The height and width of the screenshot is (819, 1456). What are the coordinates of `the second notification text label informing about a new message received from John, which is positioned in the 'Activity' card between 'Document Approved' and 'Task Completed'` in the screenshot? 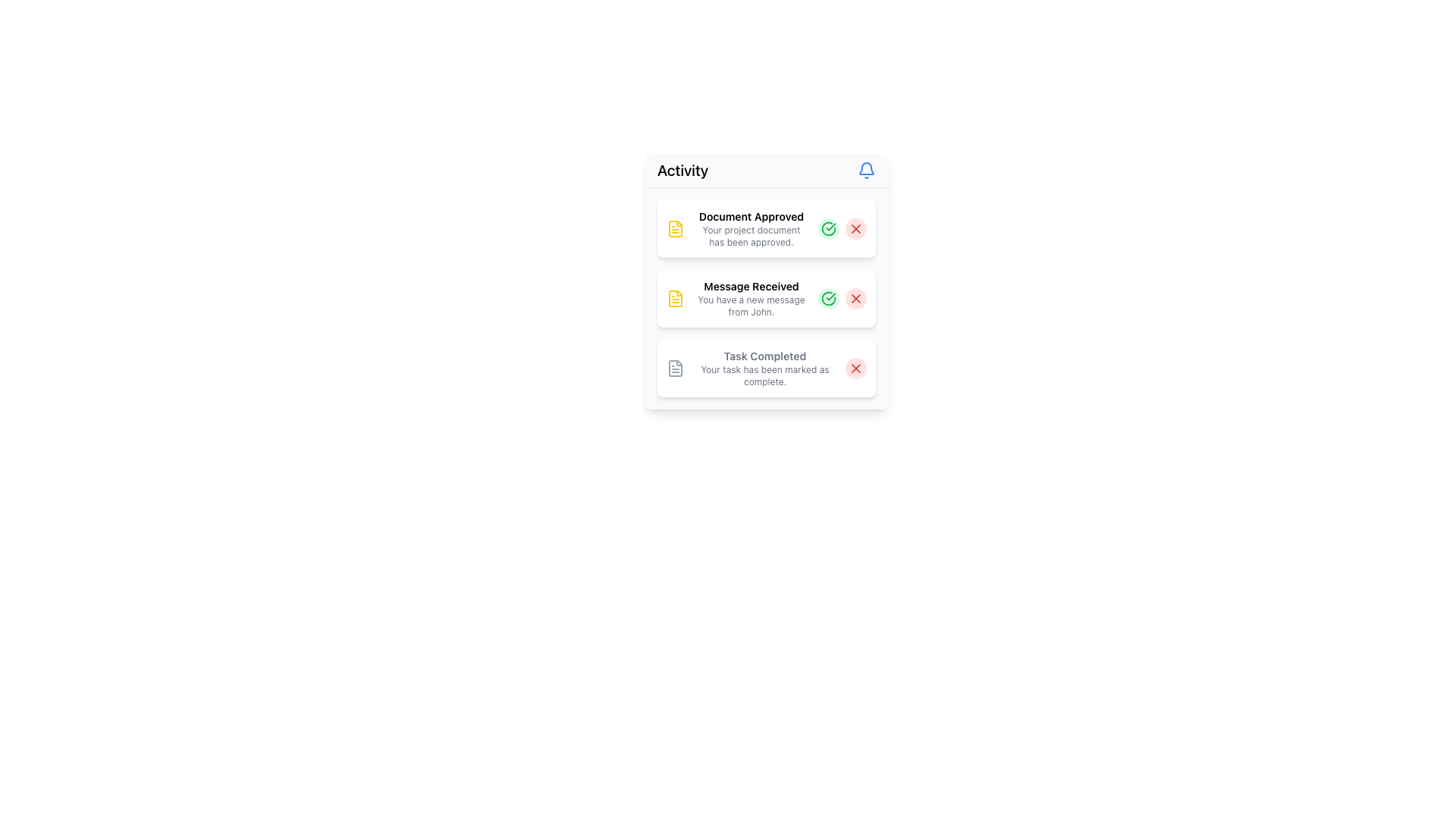 It's located at (751, 298).